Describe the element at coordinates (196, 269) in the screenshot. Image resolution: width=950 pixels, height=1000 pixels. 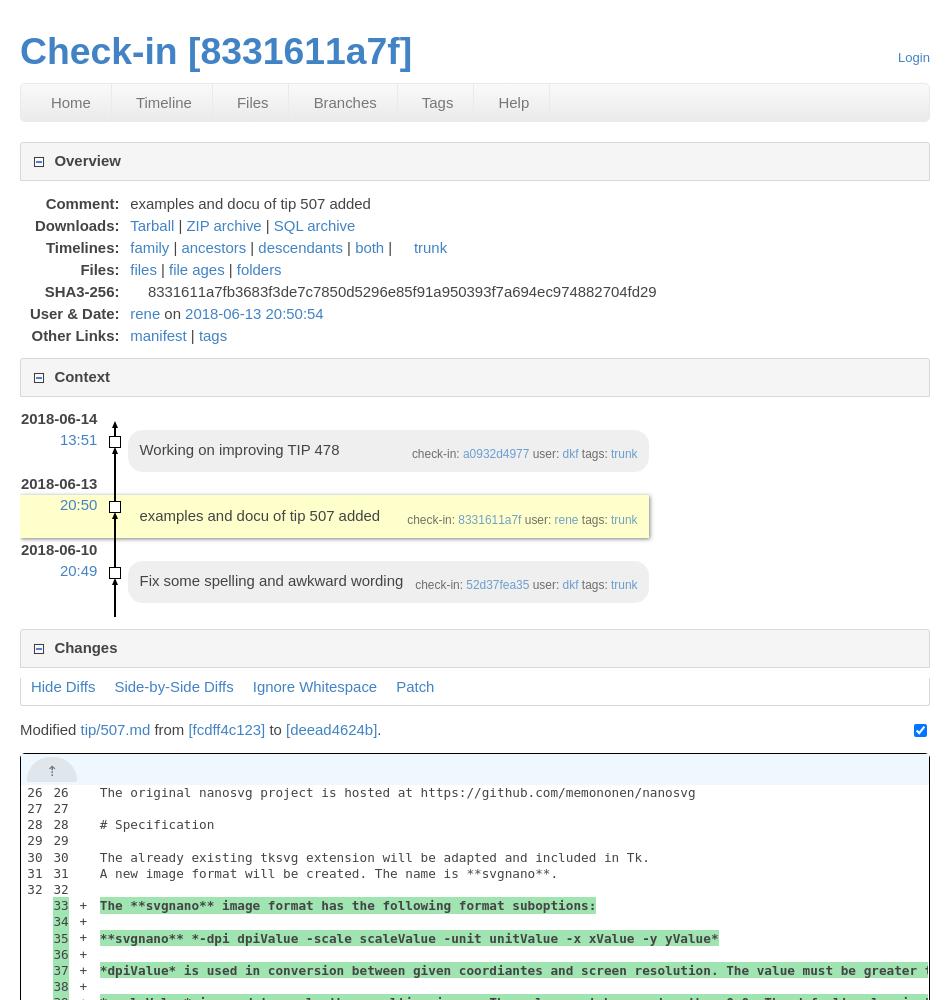
I see `'file ages'` at that location.